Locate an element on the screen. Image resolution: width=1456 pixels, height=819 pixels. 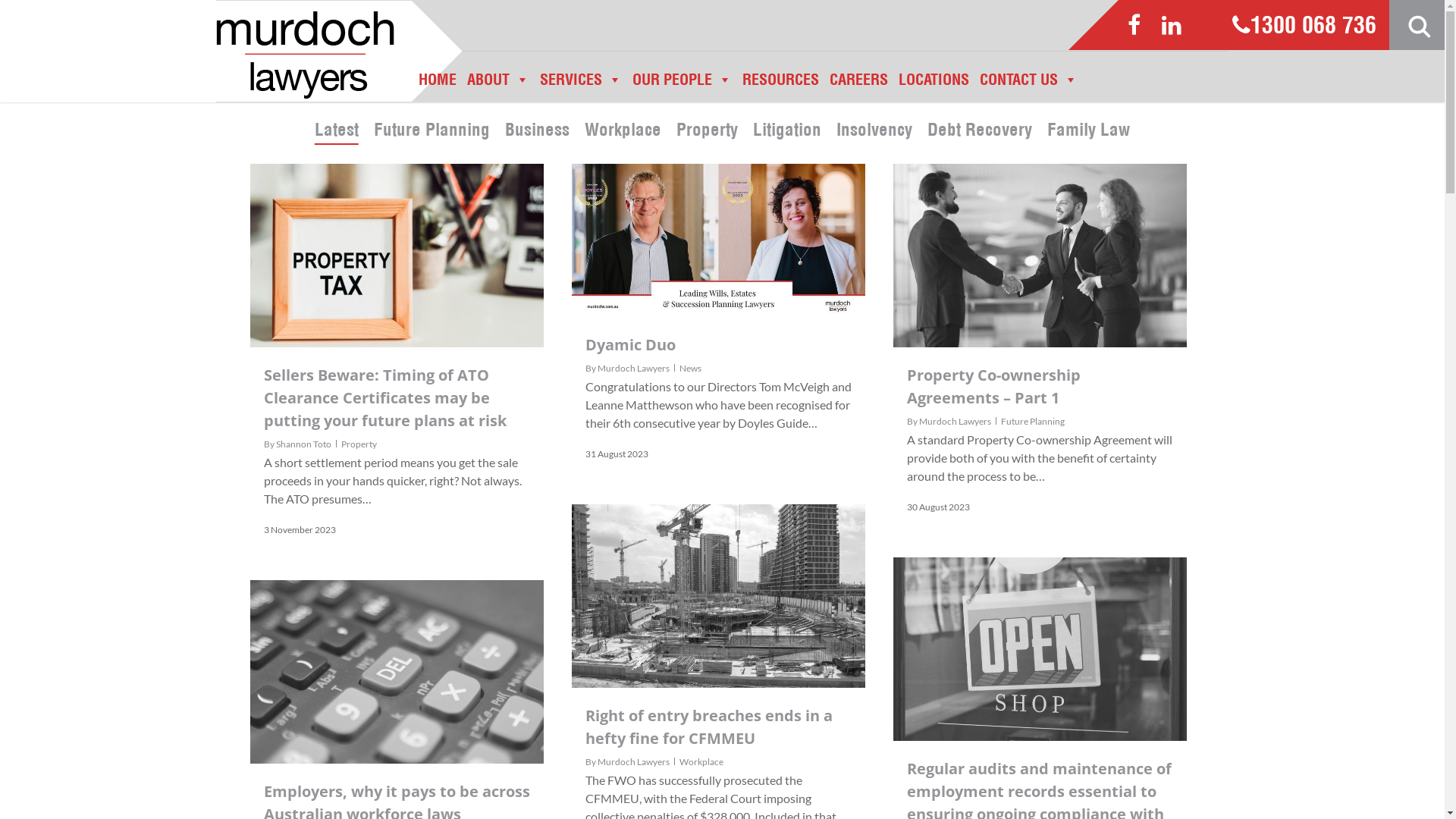
'OUR PEOPLE' is located at coordinates (681, 85).